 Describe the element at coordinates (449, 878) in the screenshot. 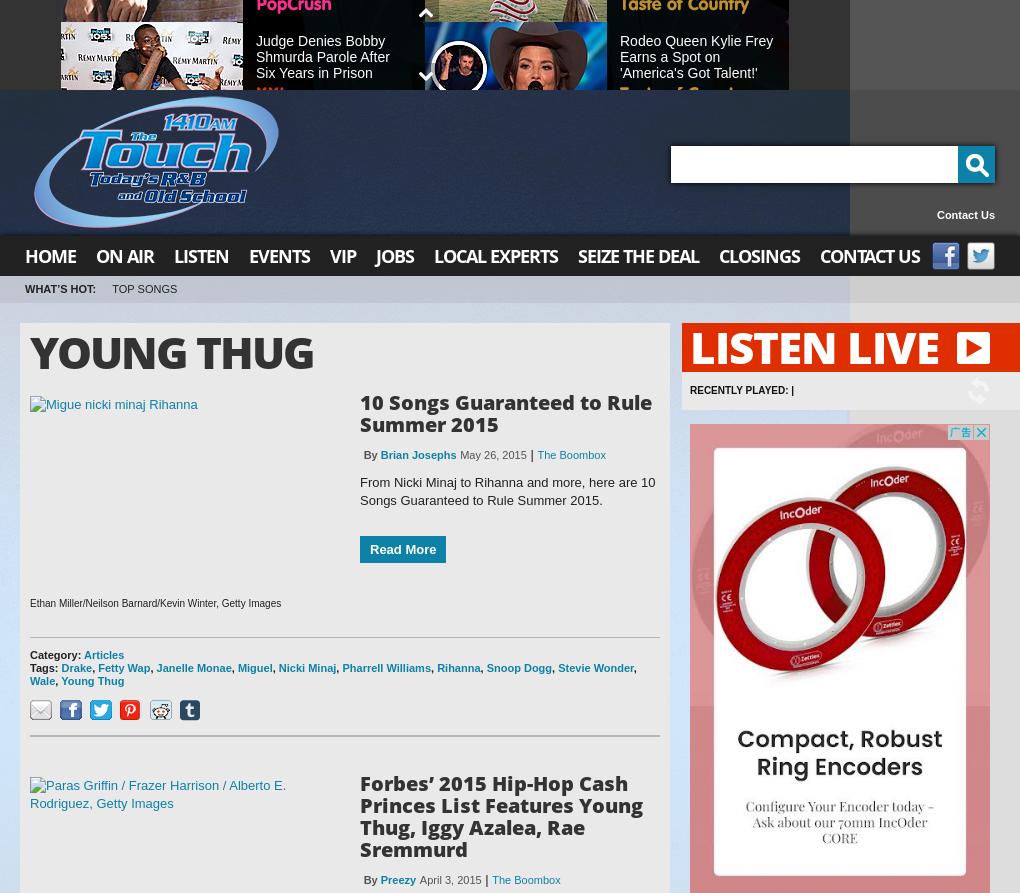

I see `'April 3, 2015'` at that location.